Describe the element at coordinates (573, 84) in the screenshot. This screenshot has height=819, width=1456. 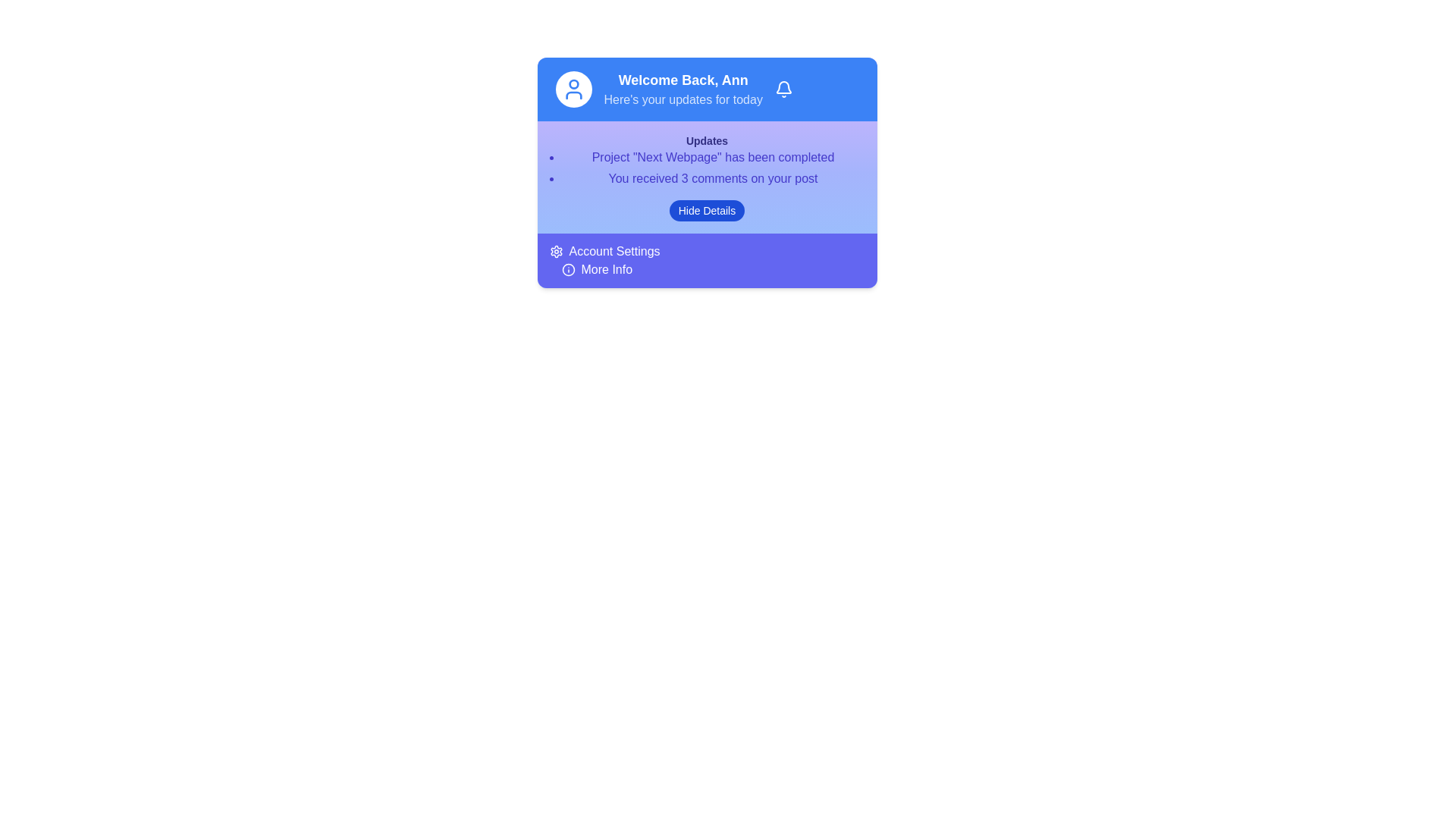
I see `the User profile icon, which is a circular component representing the user's avatar, located at the top-center of the user welcoming card widget` at that location.